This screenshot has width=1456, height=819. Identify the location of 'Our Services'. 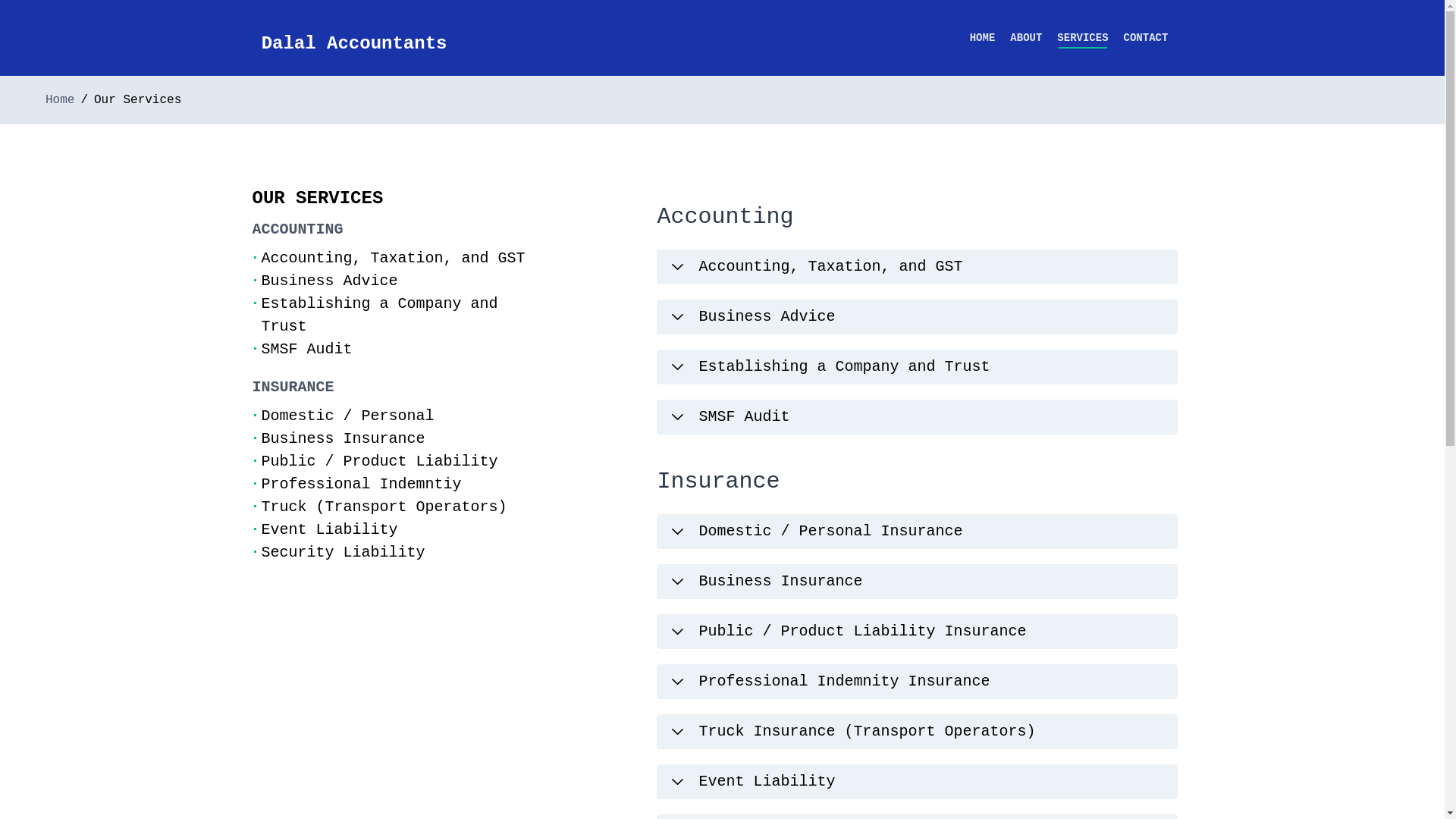
(137, 99).